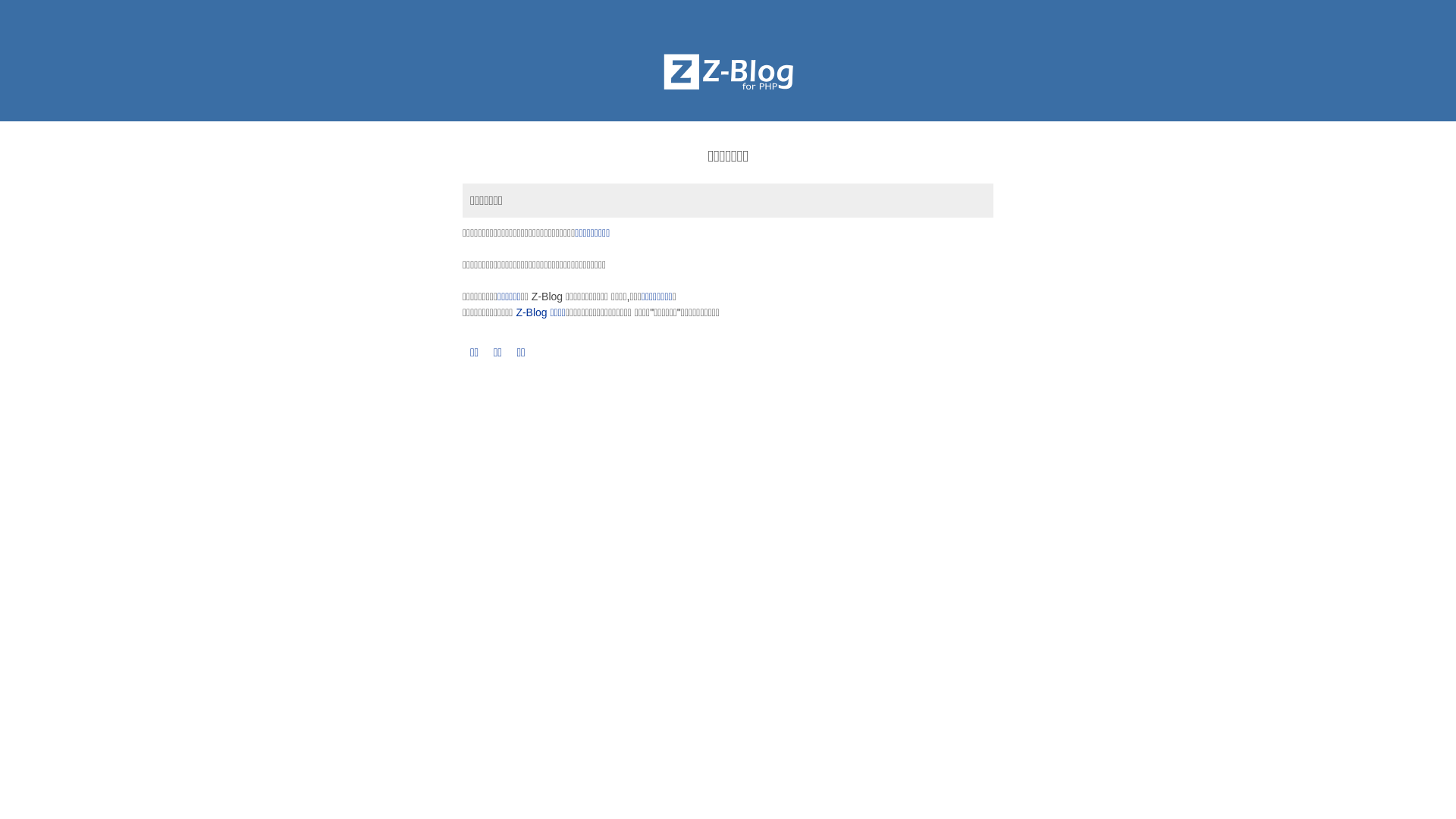  I want to click on 'Z-BlogPHP', so click(728, 72).